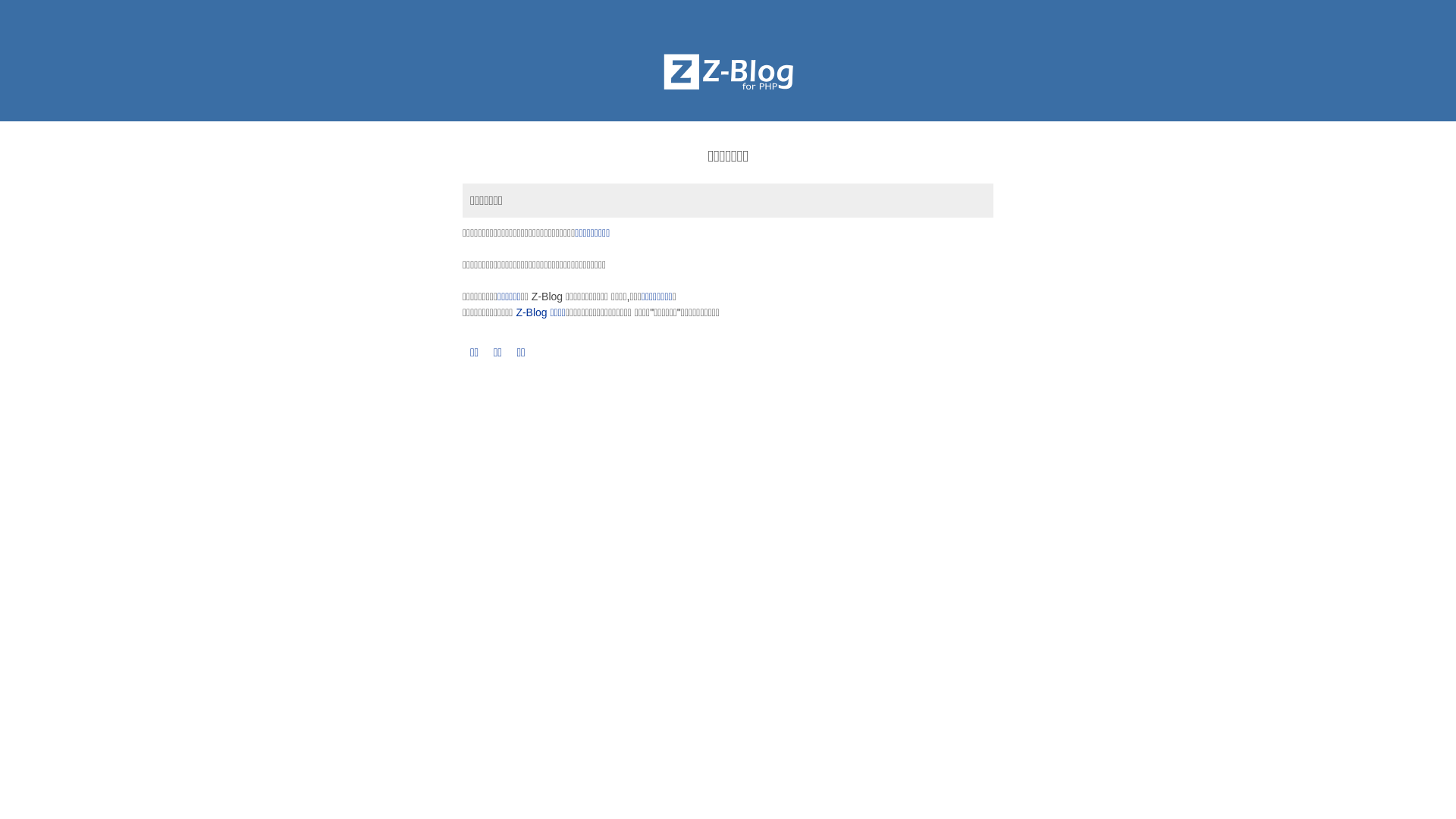  I want to click on 'Z-BlogPHP', so click(728, 72).